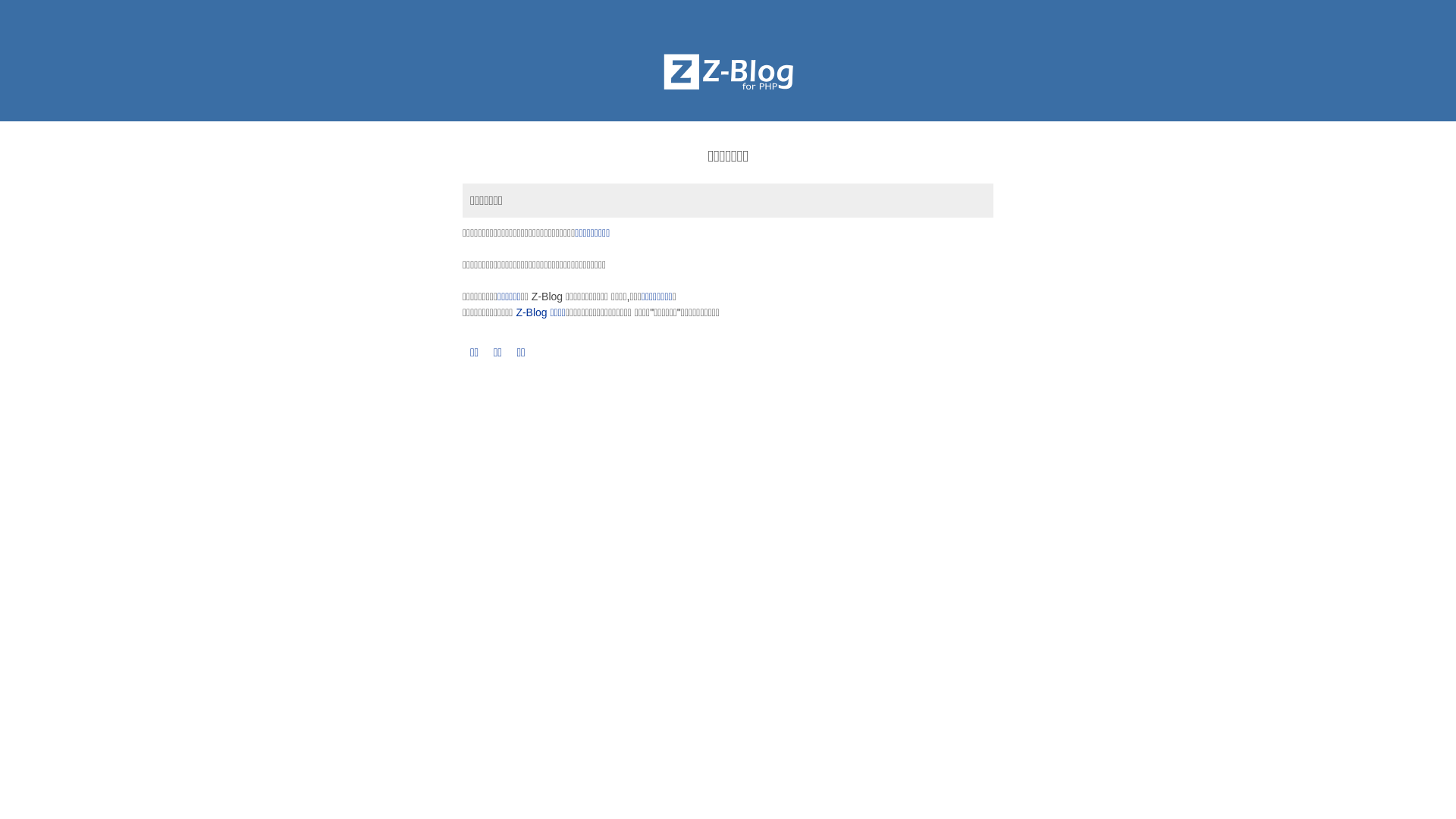  I want to click on 'Z-BlogPHP', so click(728, 72).